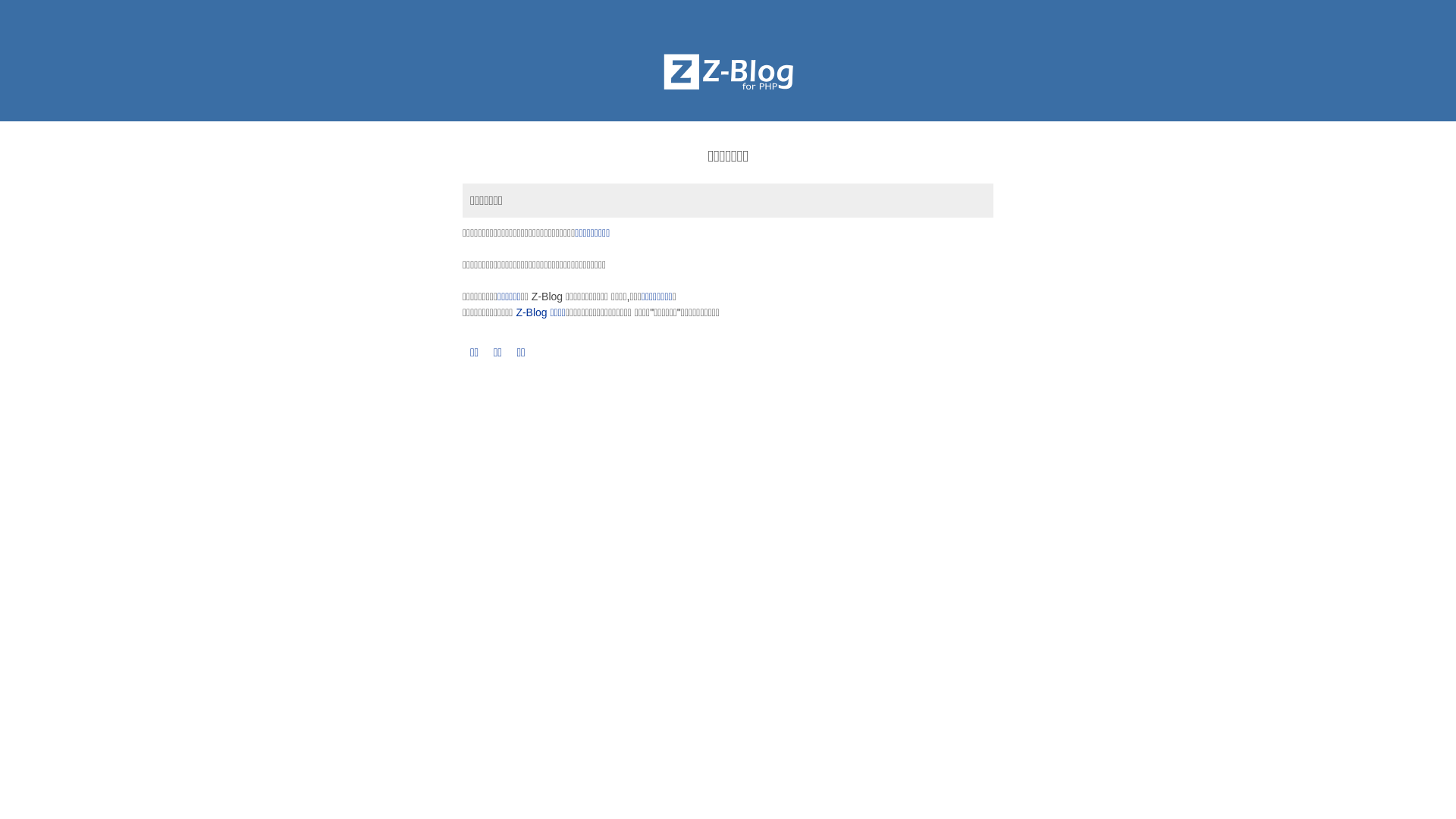  I want to click on 'Z-BlogPHP', so click(728, 72).